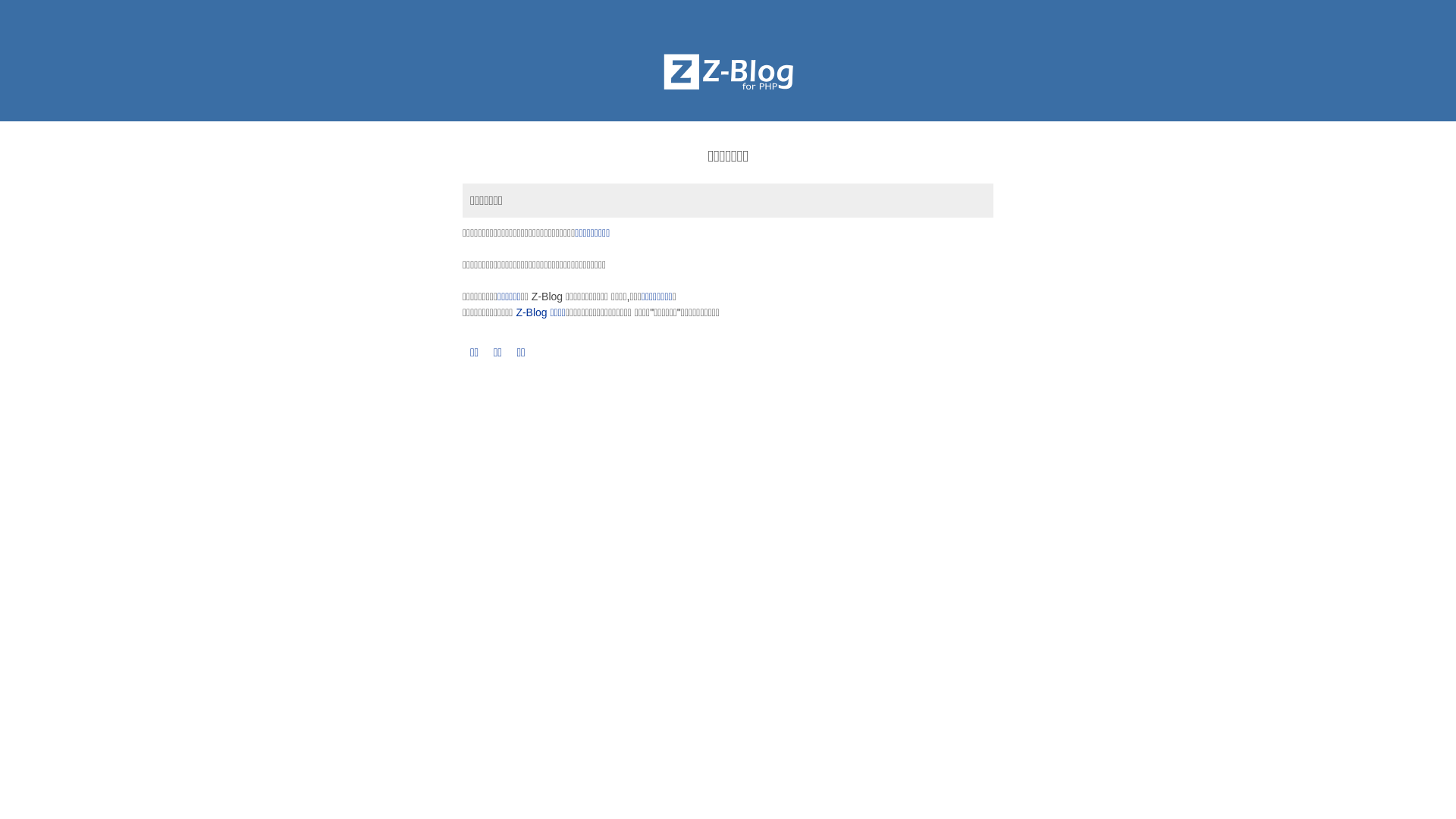  I want to click on 'Z-BlogPHP', so click(728, 72).